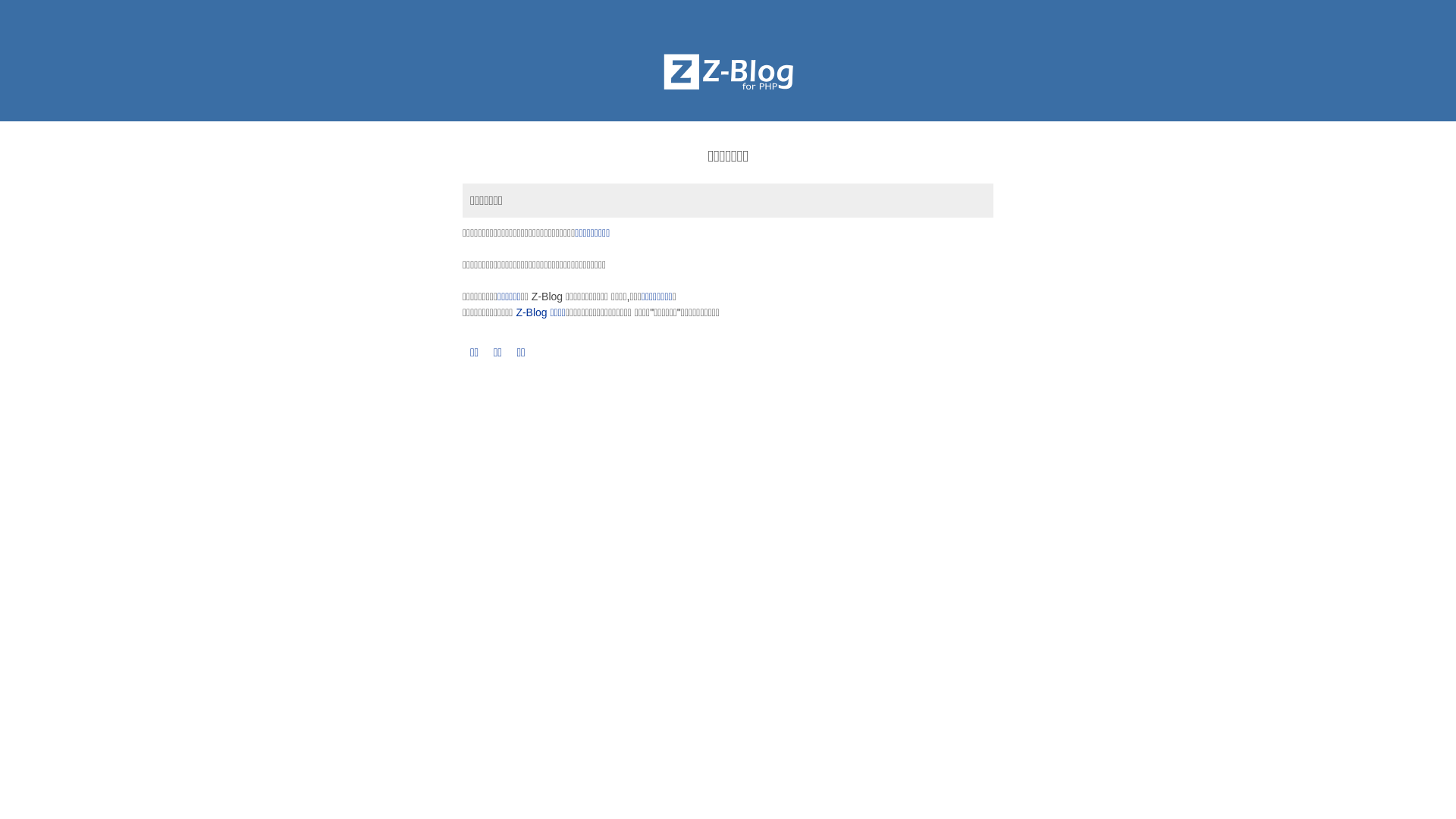  I want to click on 'Z-BlogPHP', so click(728, 72).